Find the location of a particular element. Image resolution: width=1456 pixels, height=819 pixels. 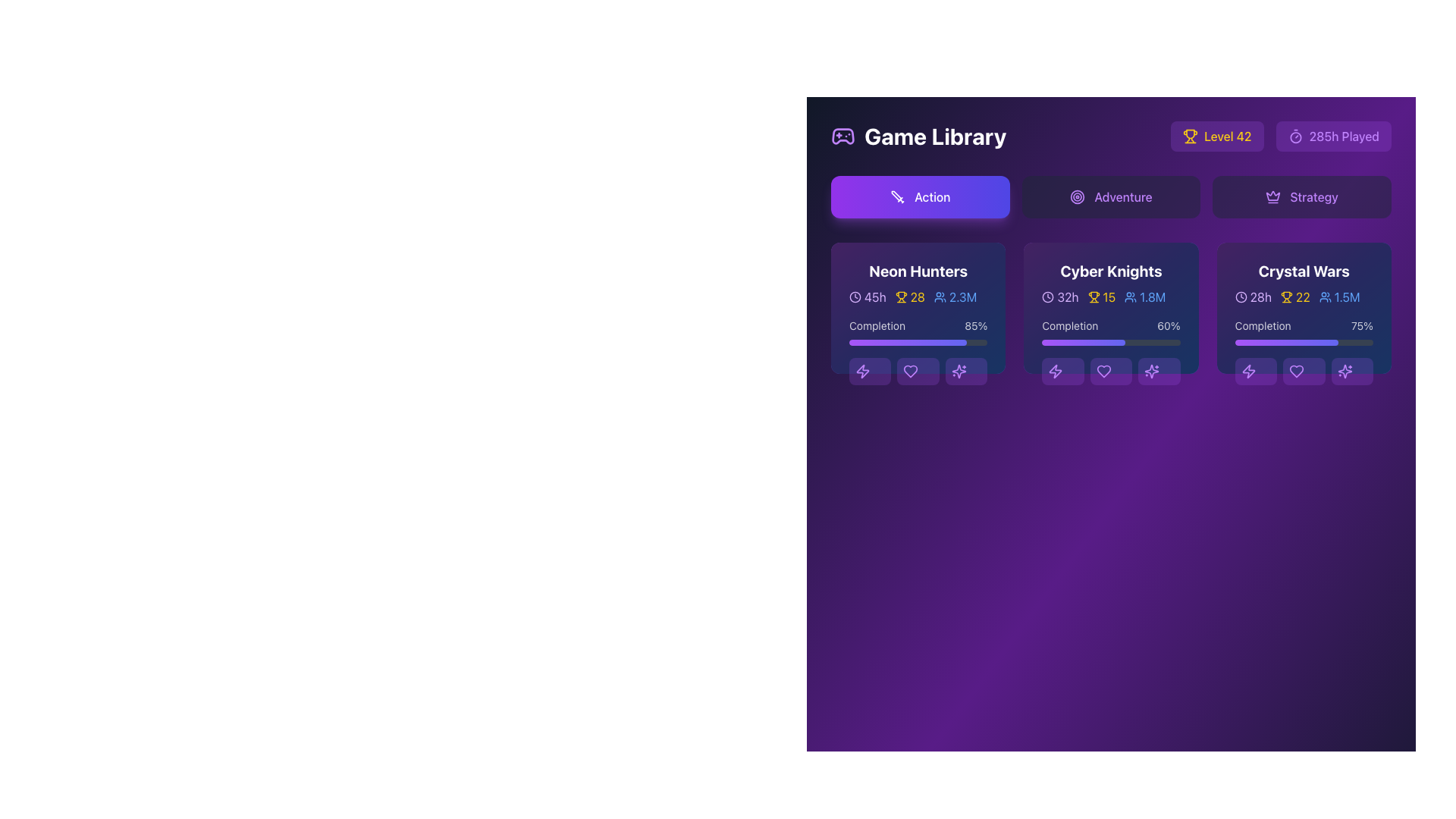

the SVG circle element that serves as the decorative boundary of the clock icon located to the left of the '32h' text under the 'Cyber Knights' section is located at coordinates (1047, 297).